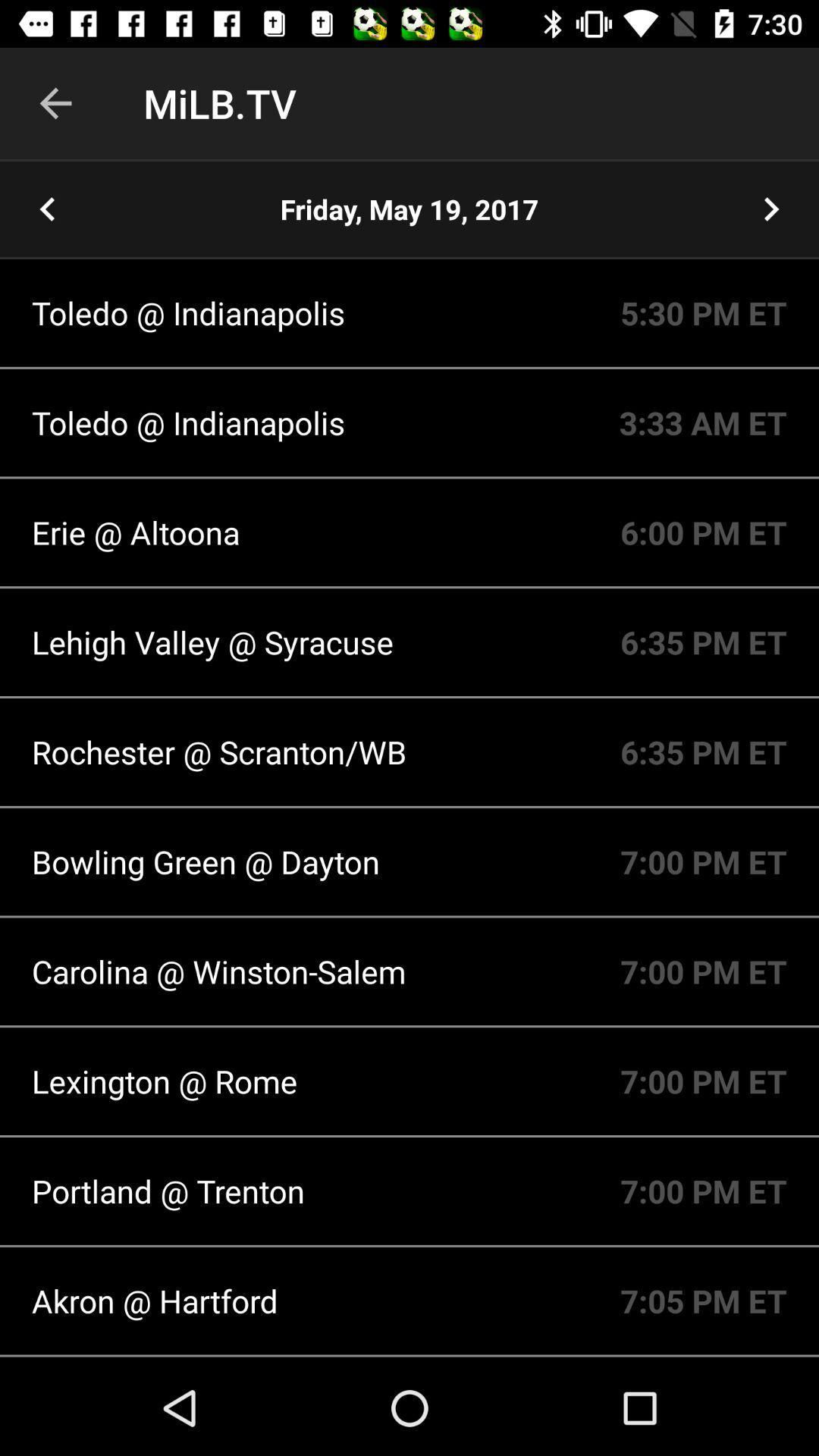  What do you see at coordinates (409, 209) in the screenshot?
I see `icon above the toledo @ indianapolis` at bounding box center [409, 209].